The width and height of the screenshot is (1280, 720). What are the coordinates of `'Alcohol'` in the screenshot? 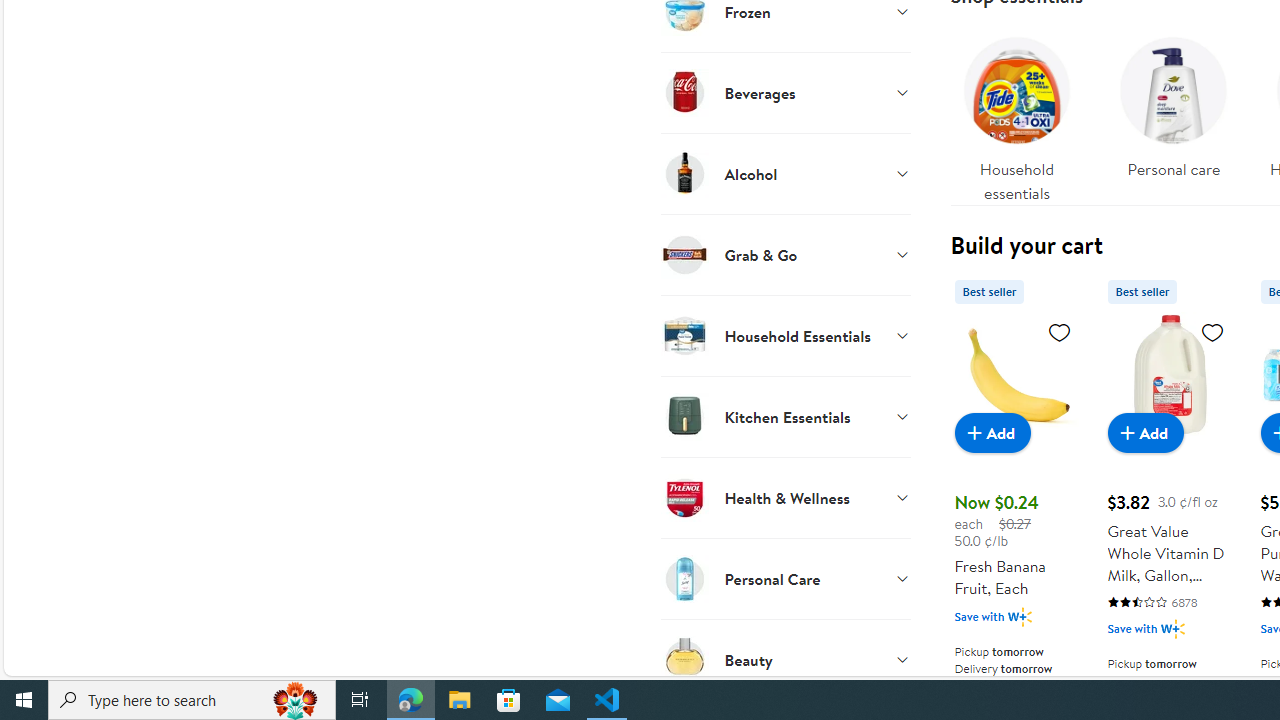 It's located at (784, 172).